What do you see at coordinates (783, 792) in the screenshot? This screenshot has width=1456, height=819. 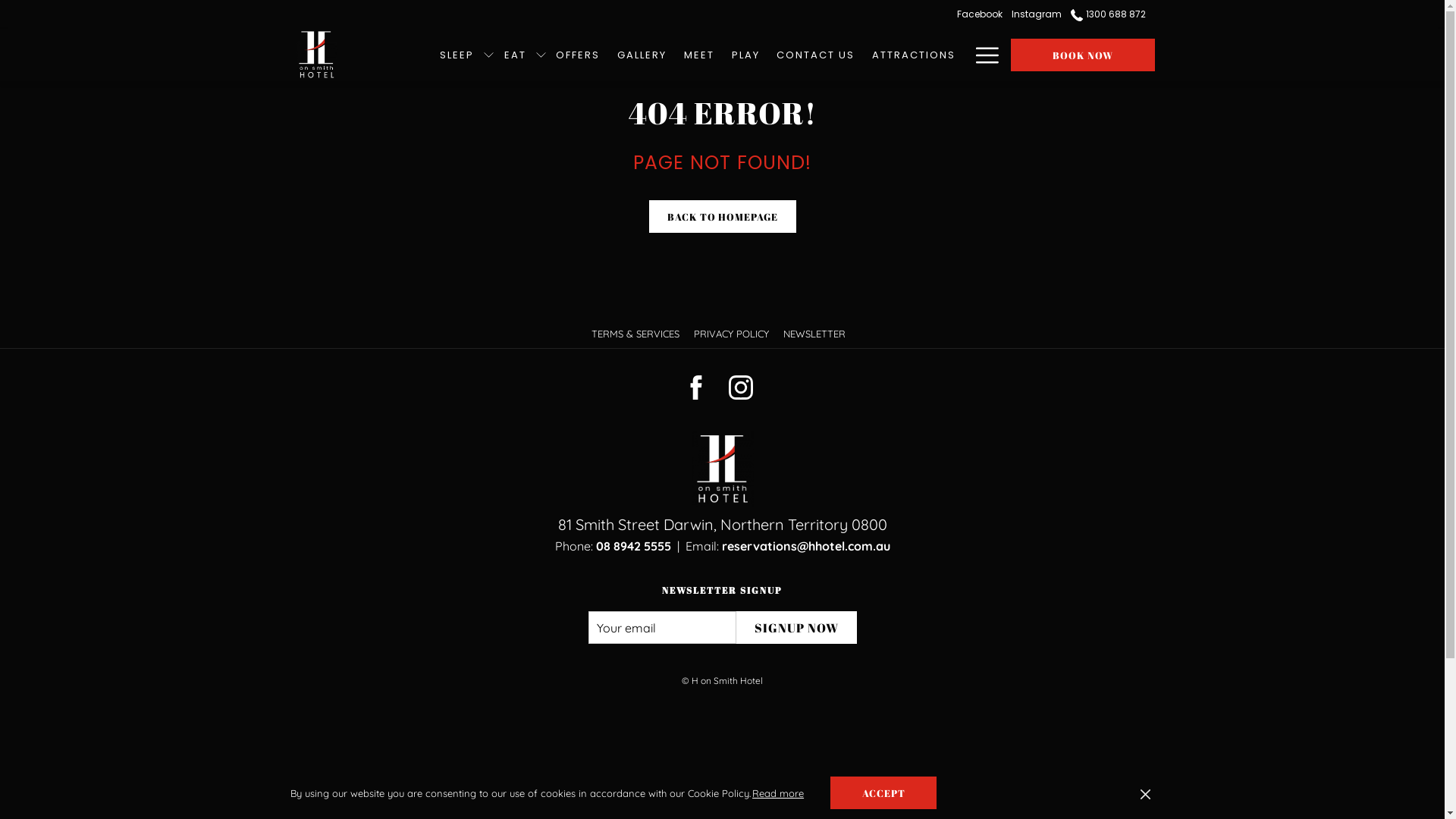 I see `'Read more'` at bounding box center [783, 792].